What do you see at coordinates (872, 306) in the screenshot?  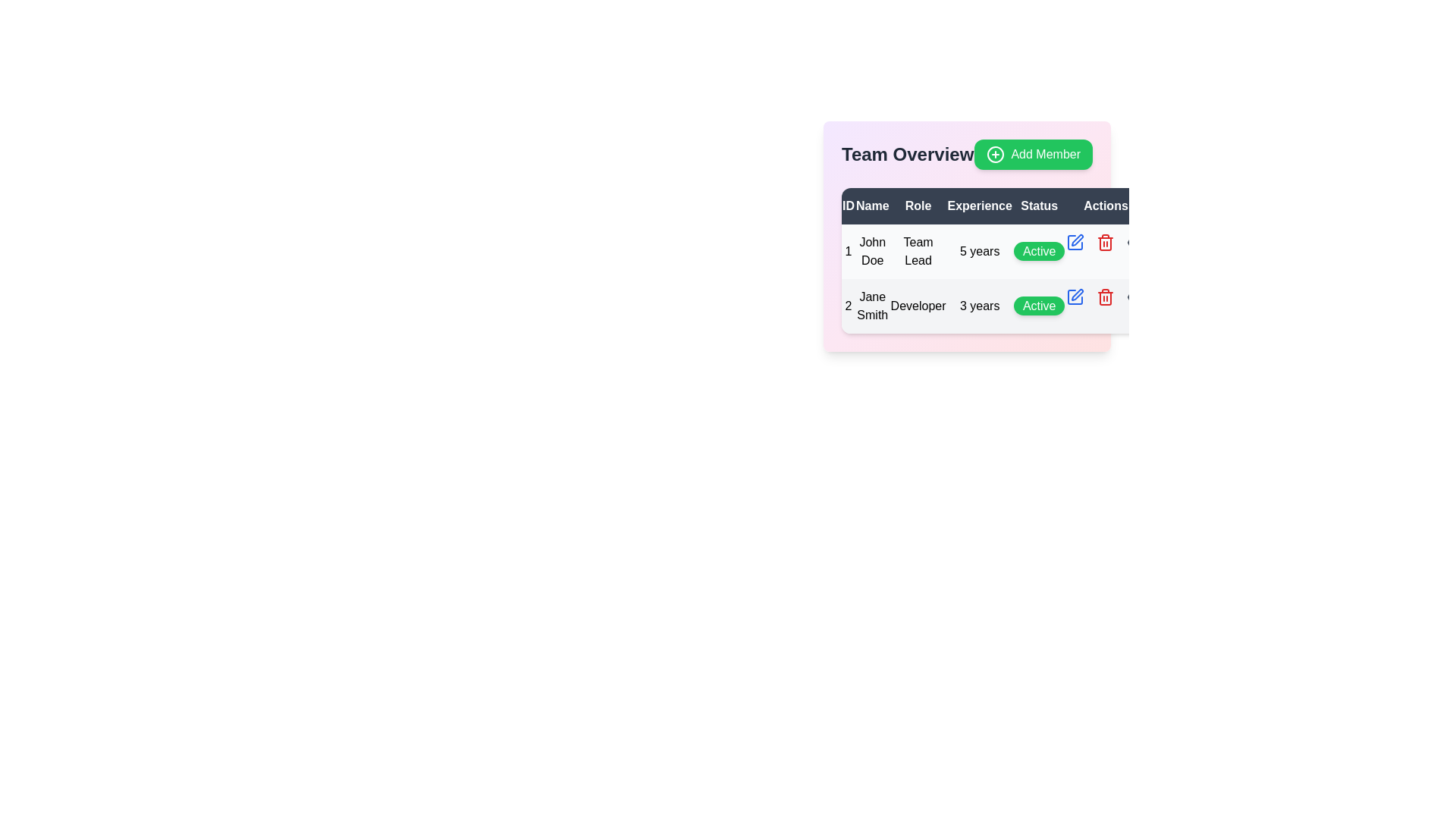 I see `the text label 'Jane Smith' located in the second column of the second row of the table` at bounding box center [872, 306].